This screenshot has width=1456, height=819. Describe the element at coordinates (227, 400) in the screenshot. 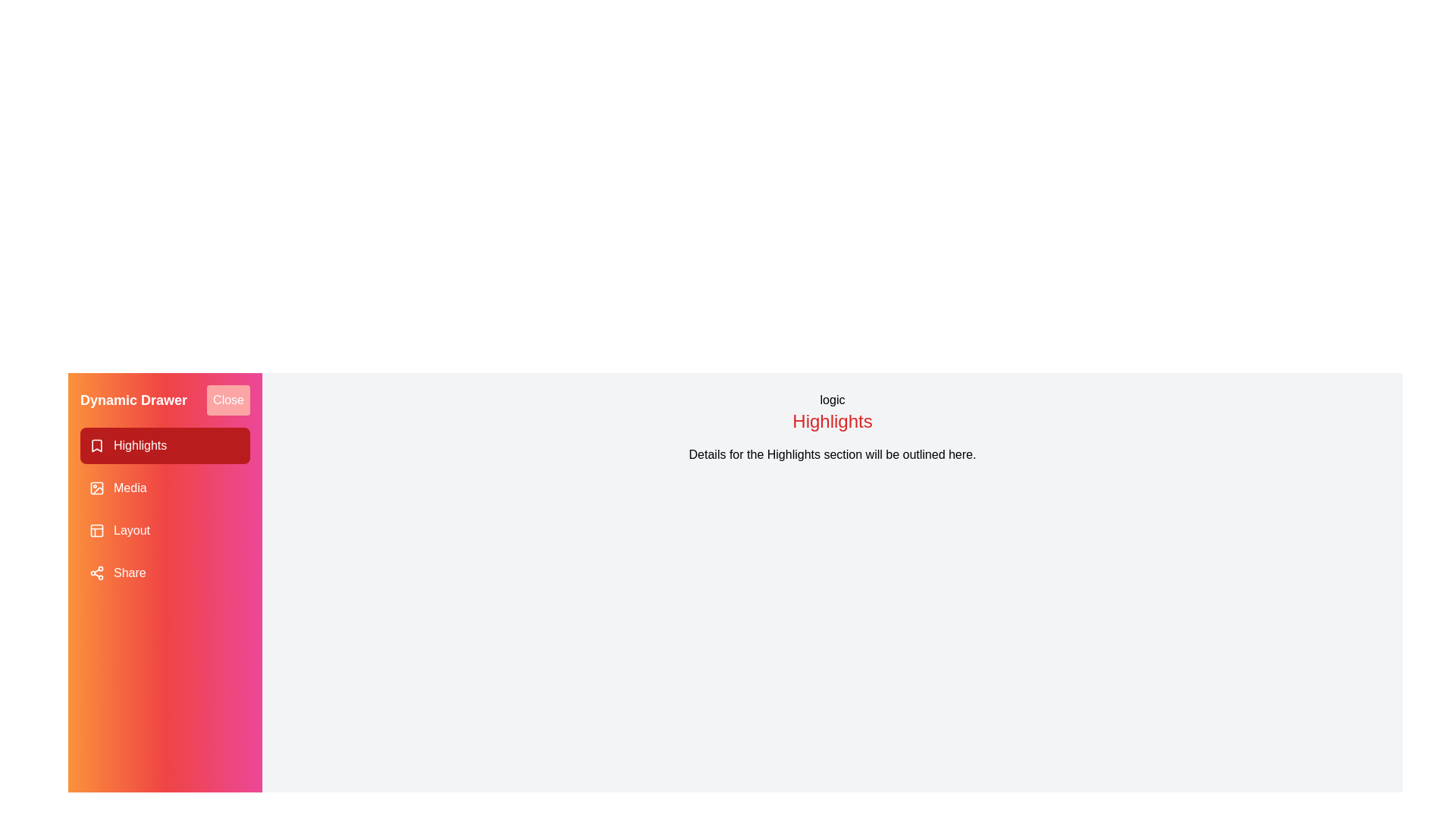

I see `'Close' button to close the drawer` at that location.